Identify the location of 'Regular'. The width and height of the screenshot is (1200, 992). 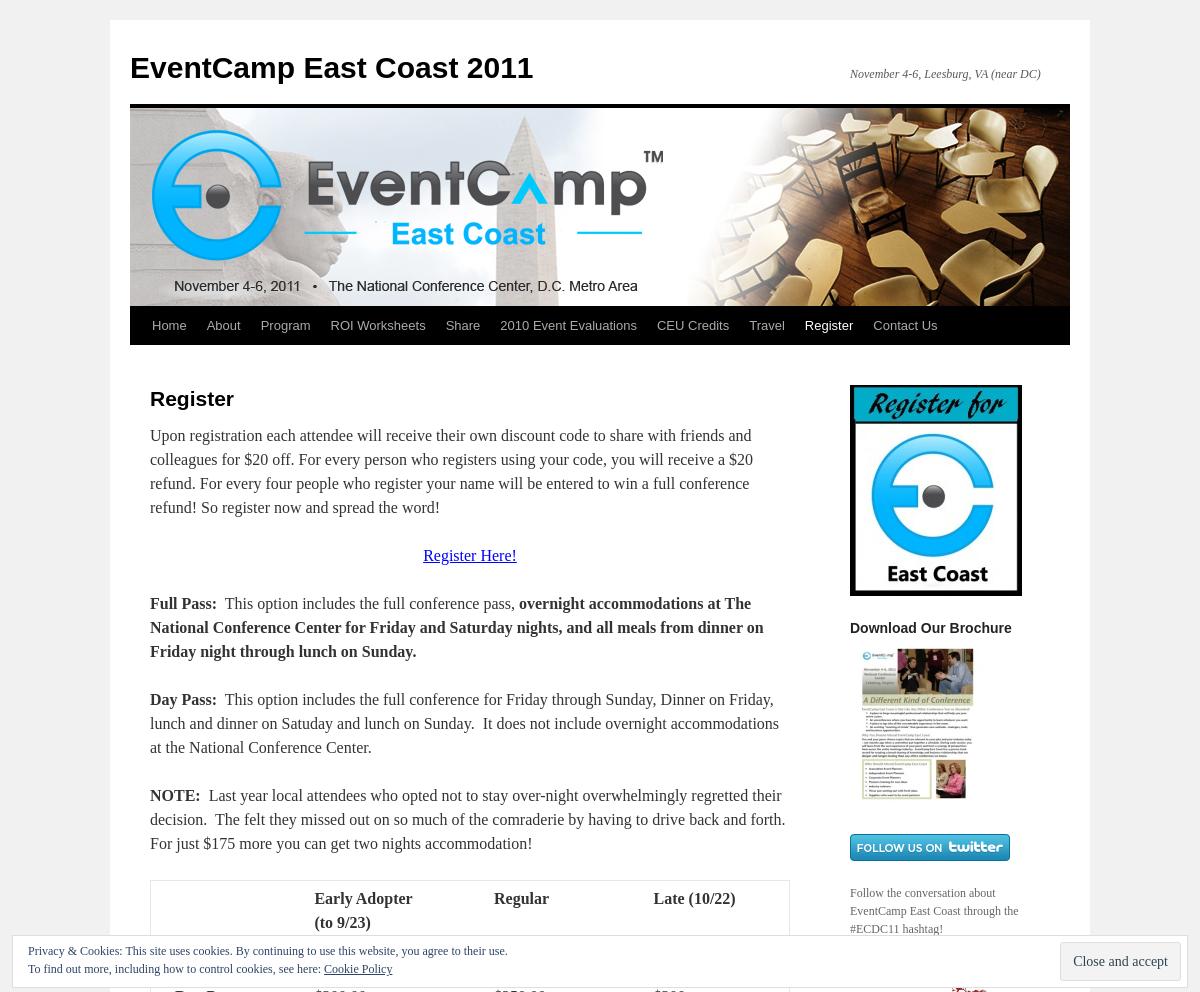
(491, 898).